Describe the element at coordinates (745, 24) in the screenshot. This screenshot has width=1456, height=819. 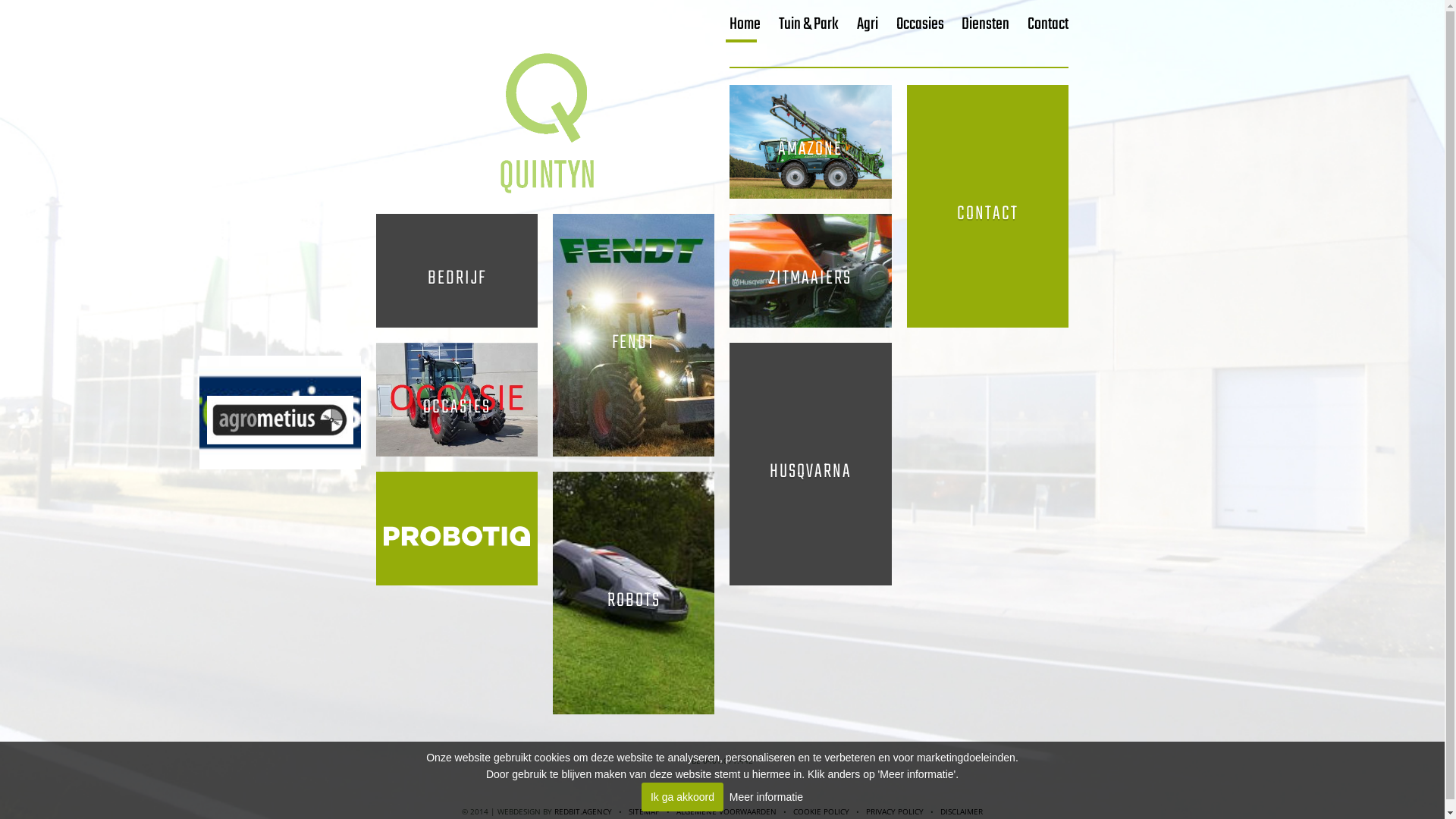
I see `'Home'` at that location.